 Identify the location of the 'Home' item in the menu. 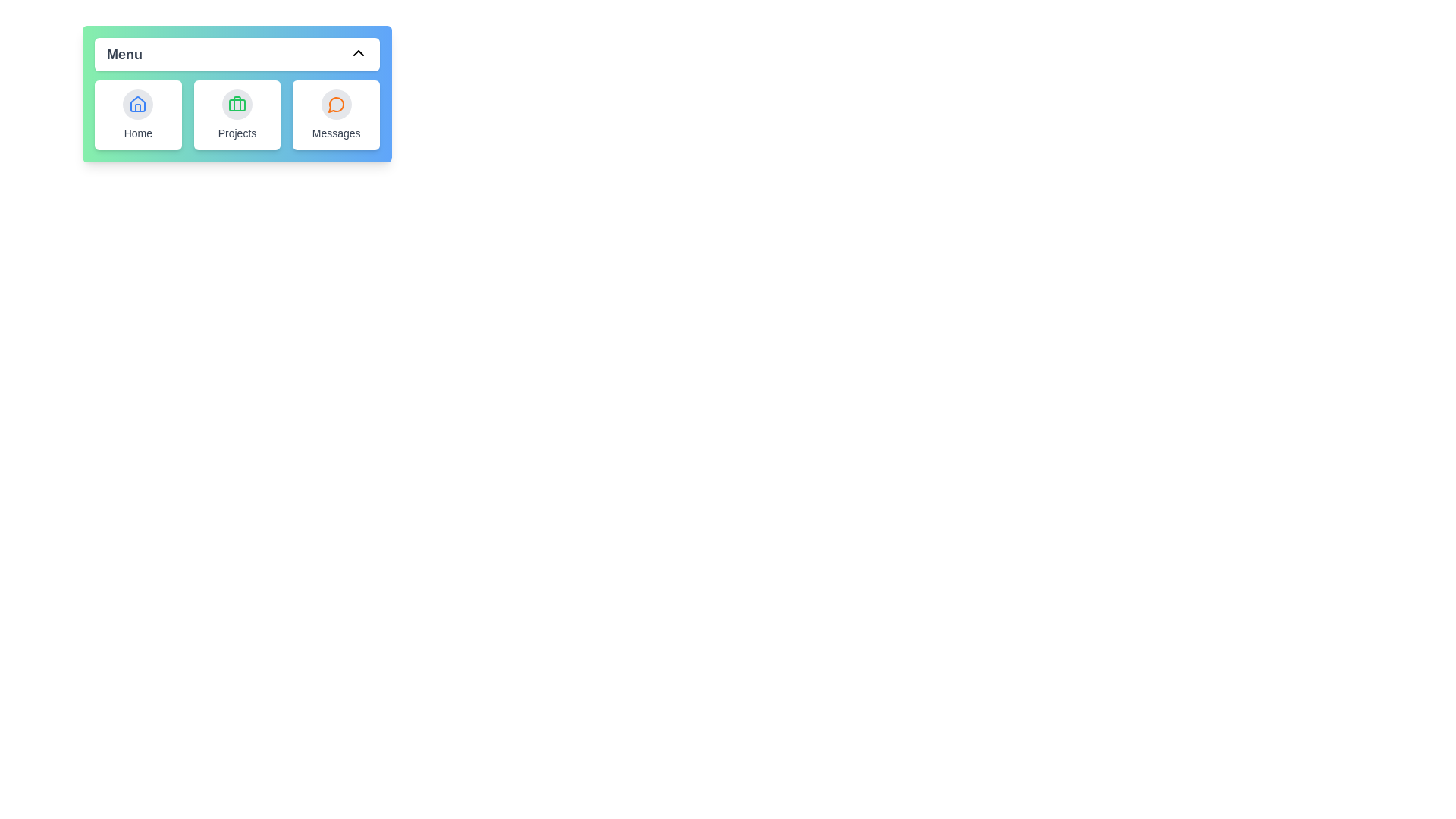
(138, 114).